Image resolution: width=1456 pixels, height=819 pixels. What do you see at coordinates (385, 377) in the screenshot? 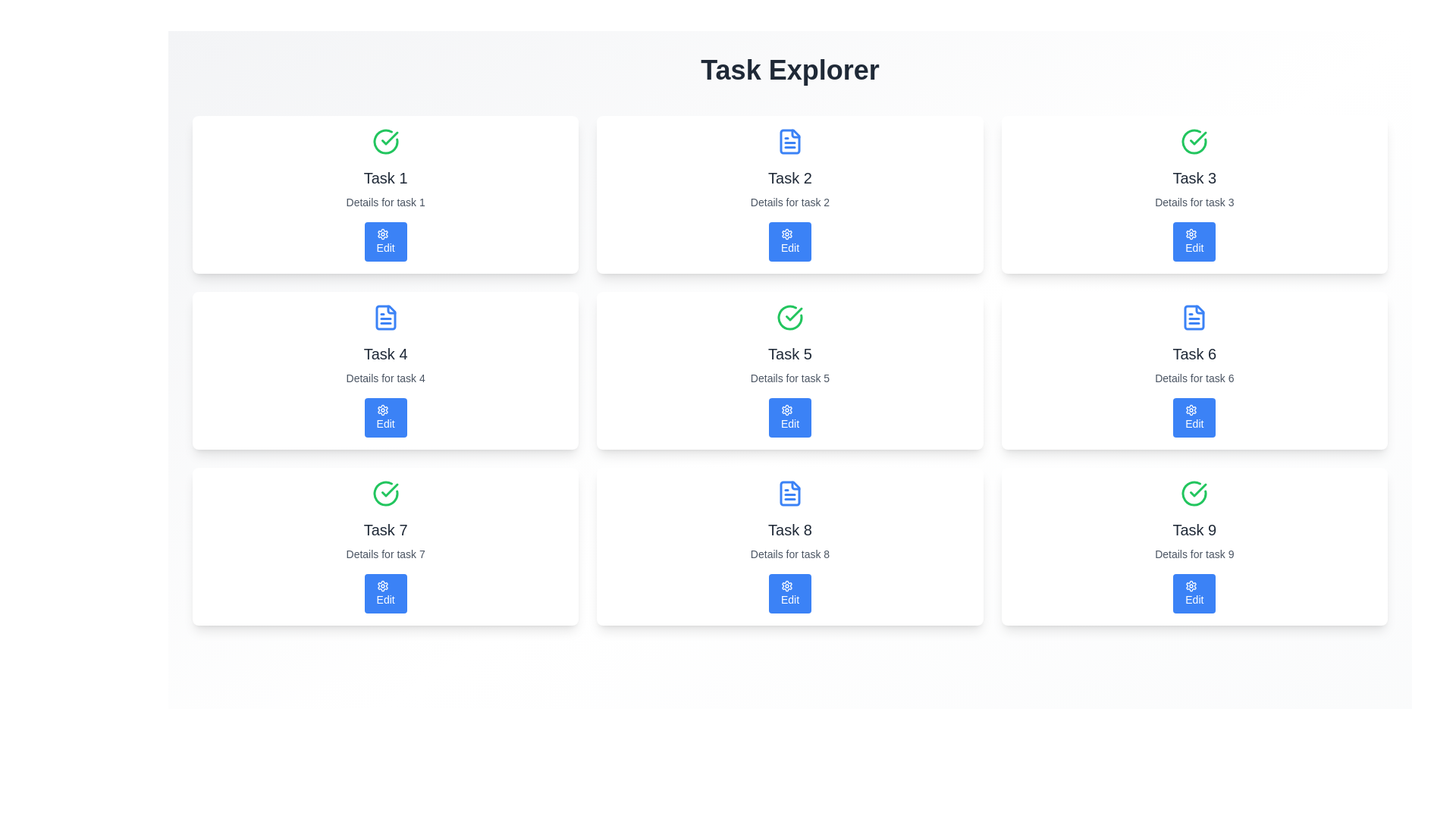
I see `text content of the label displaying 'Details for task 4', which is positioned below the 'Task 4' header and above the 'Edit' button` at bounding box center [385, 377].